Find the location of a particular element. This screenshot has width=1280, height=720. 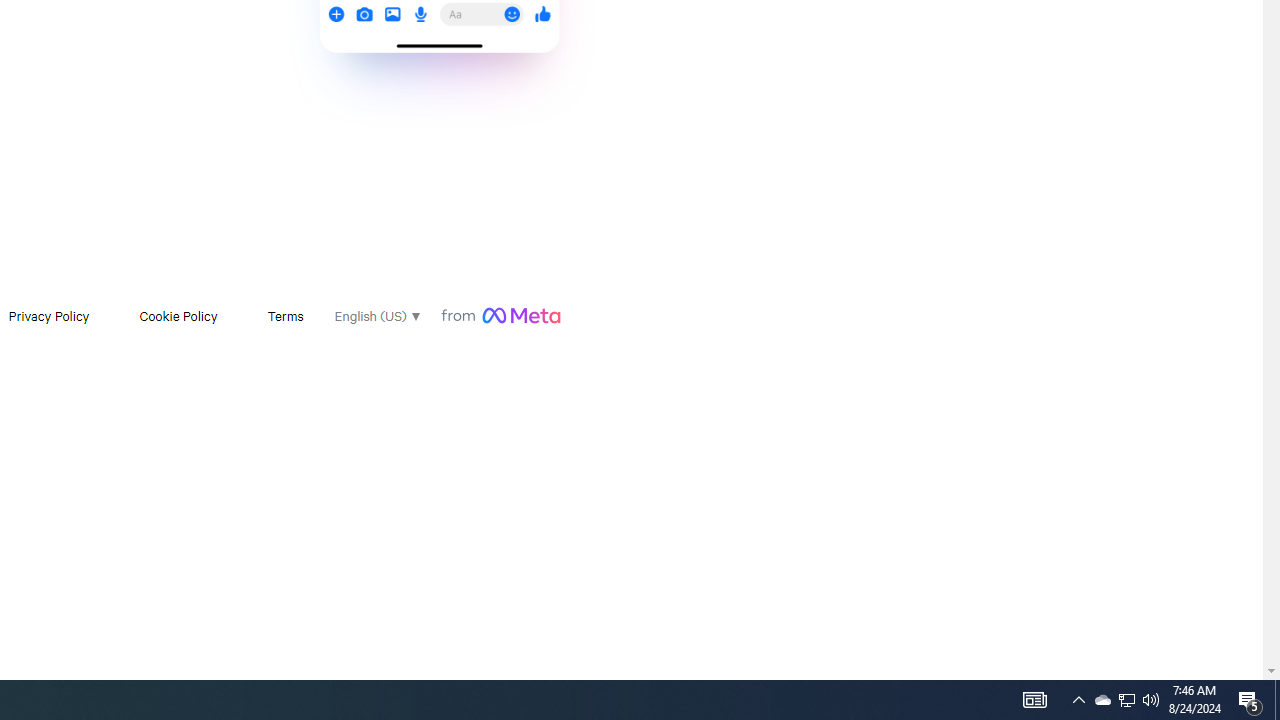

'English (US)' is located at coordinates (376, 315).